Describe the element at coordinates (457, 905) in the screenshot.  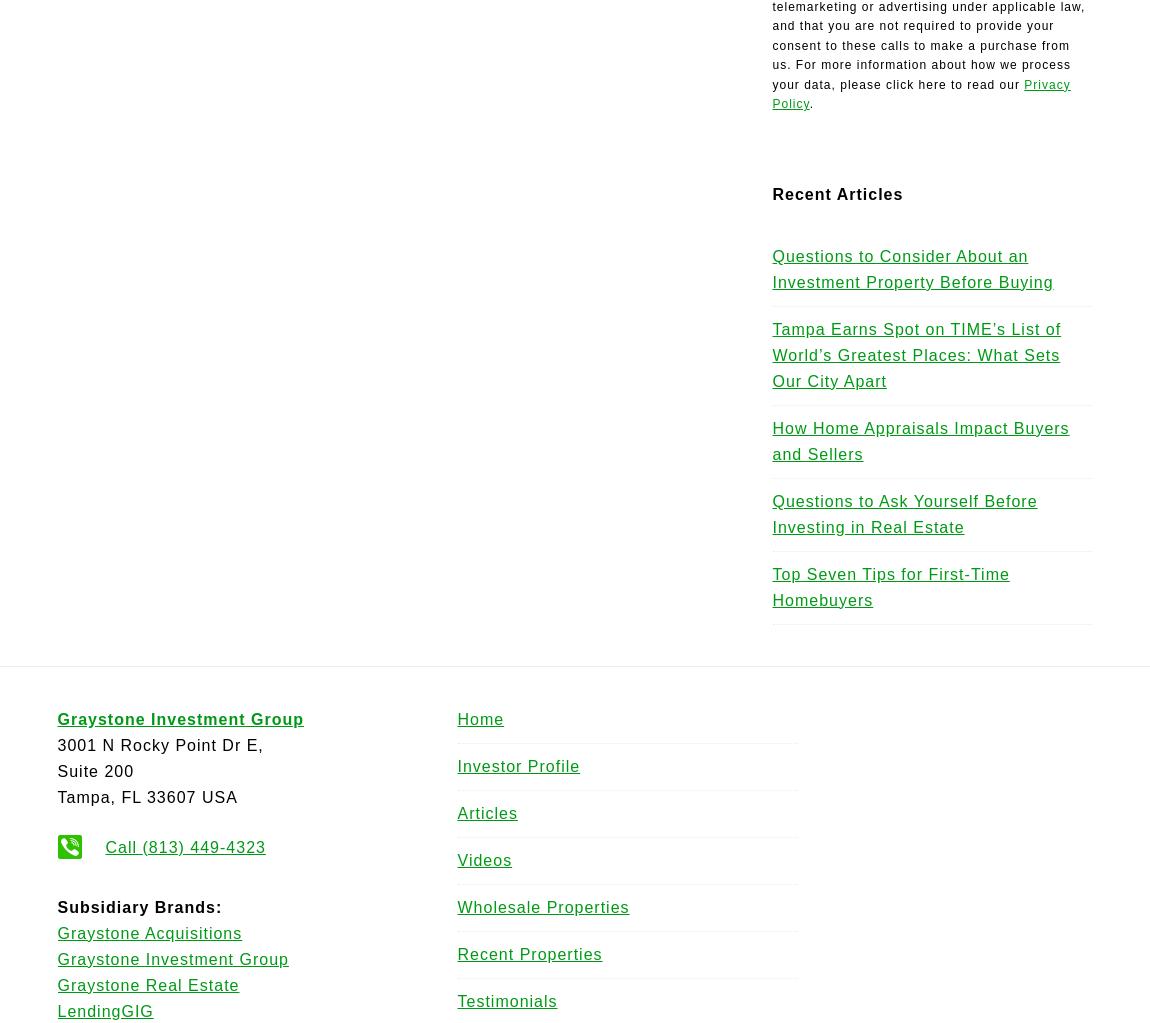
I see `'Wholesale Properties'` at that location.